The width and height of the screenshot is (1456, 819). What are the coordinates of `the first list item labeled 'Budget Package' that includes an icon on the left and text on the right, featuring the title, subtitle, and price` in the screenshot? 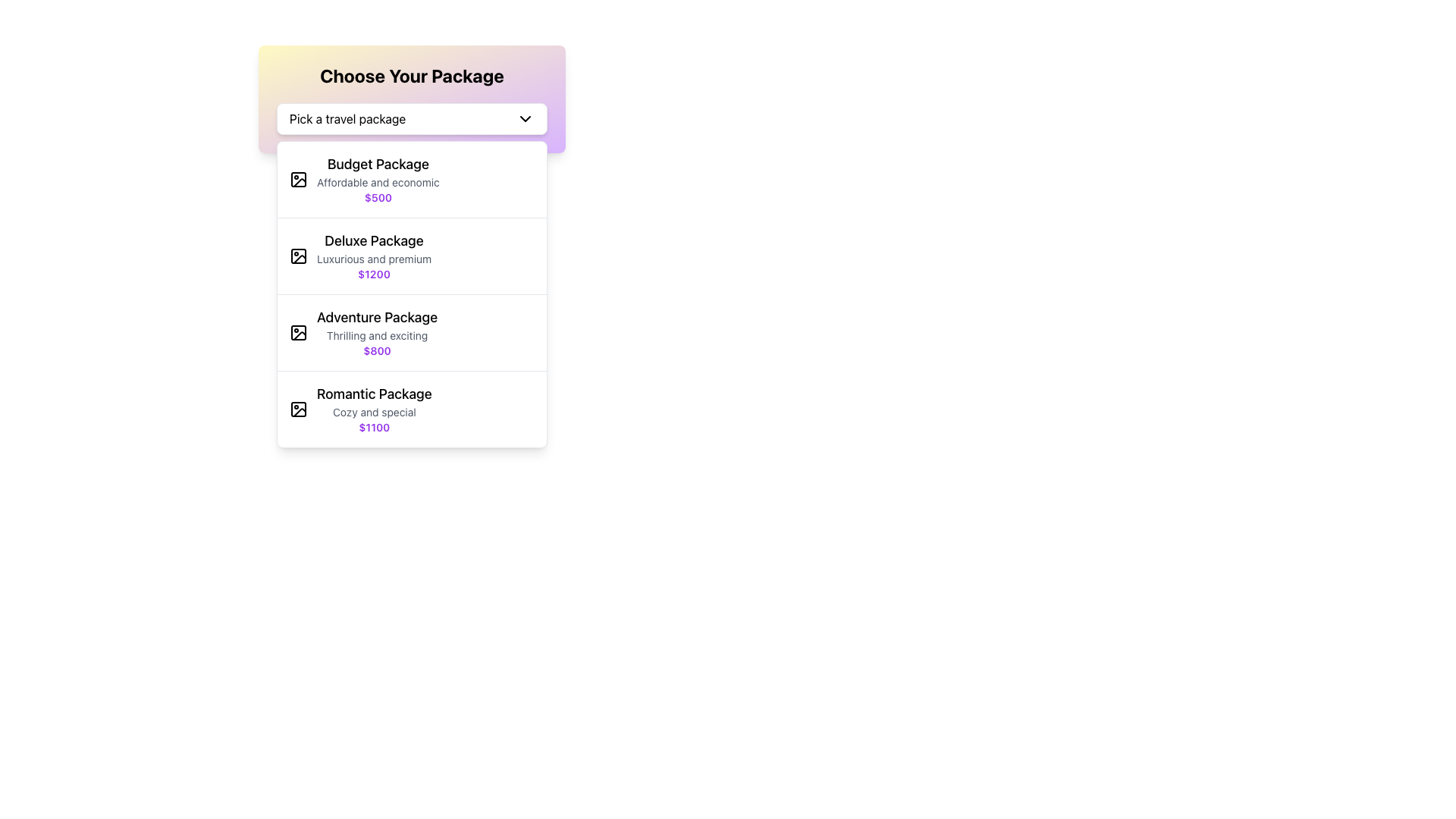 It's located at (412, 179).